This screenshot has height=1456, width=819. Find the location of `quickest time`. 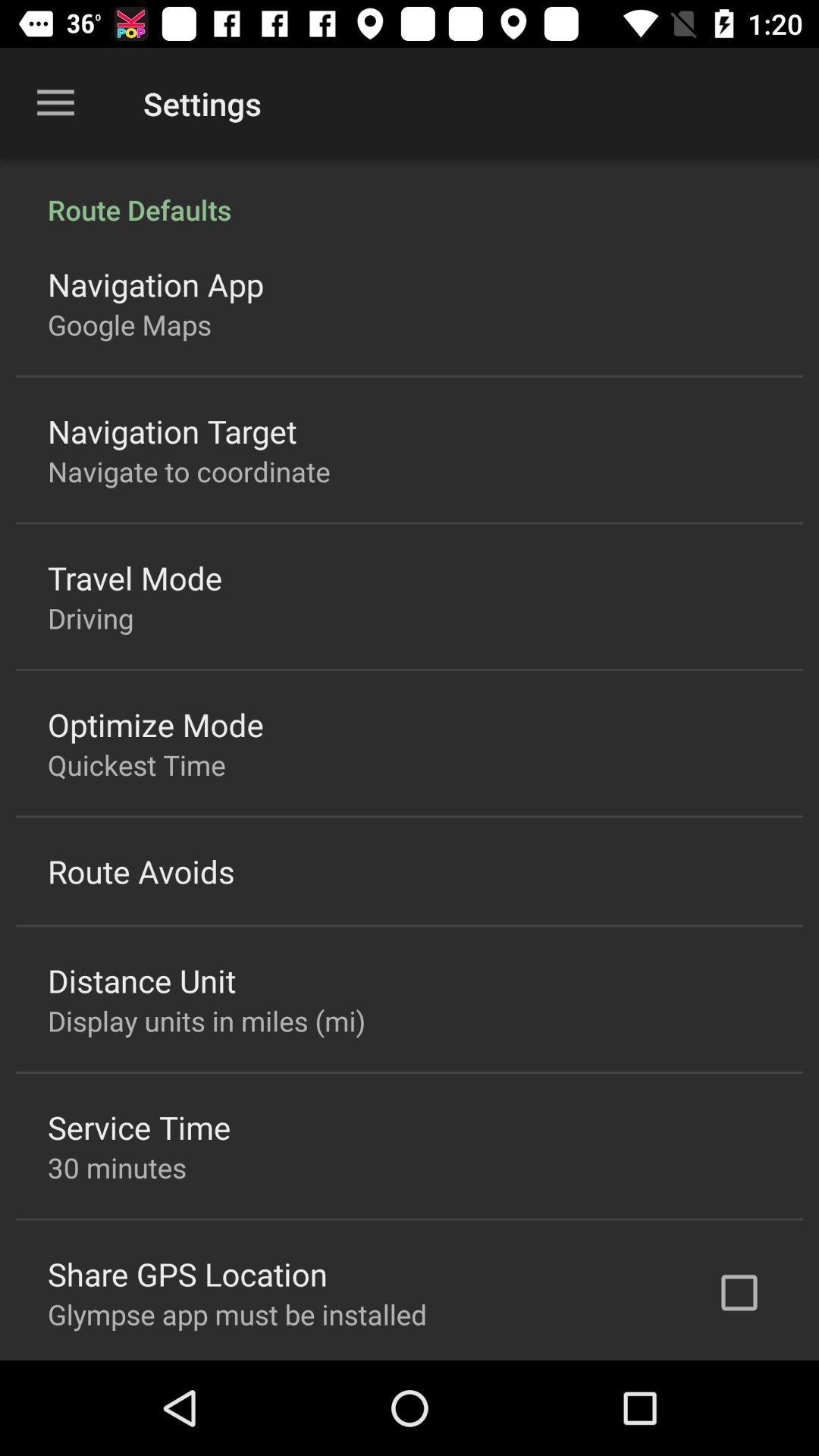

quickest time is located at coordinates (136, 764).